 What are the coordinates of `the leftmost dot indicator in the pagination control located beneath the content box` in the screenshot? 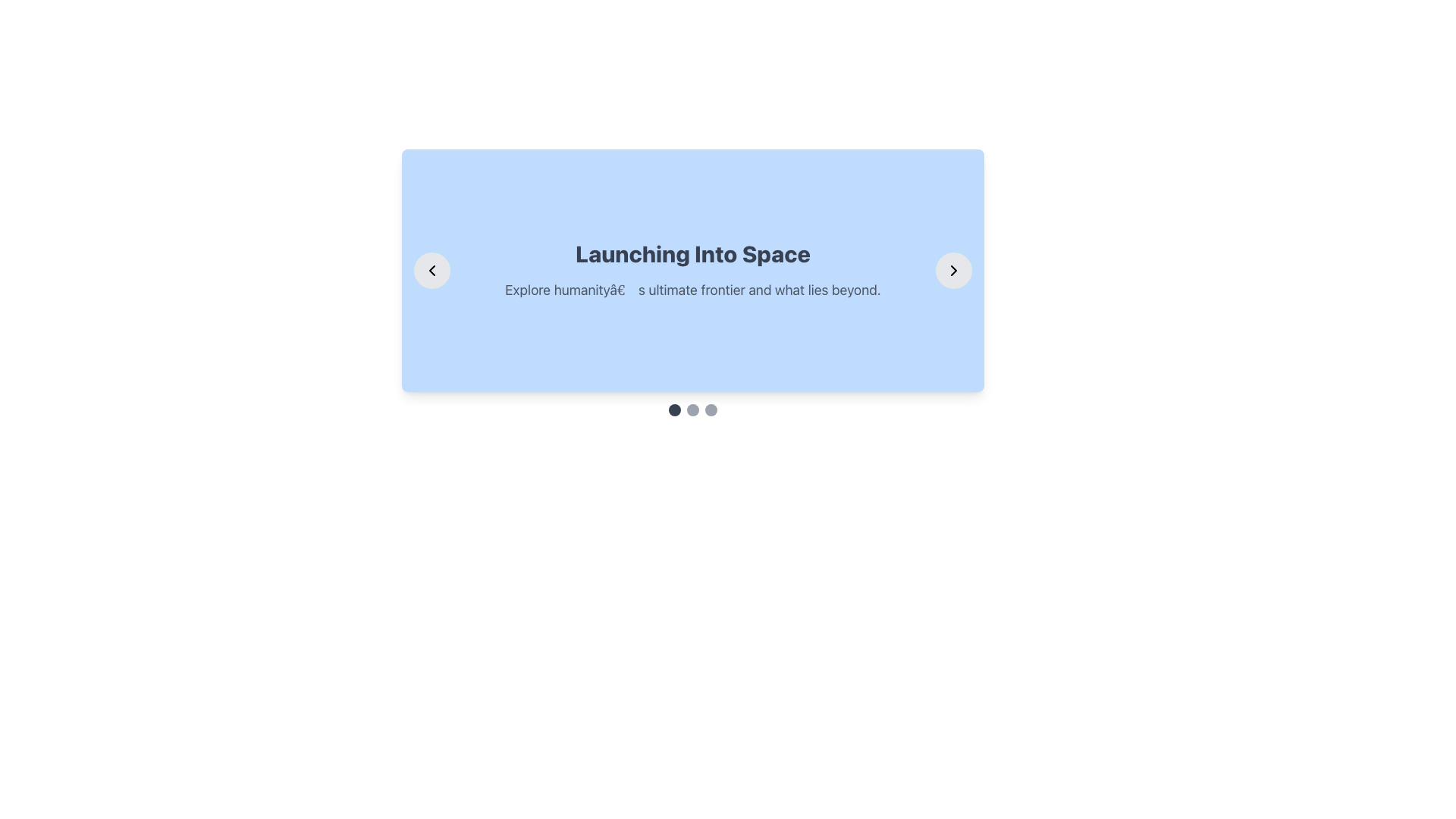 It's located at (673, 409).